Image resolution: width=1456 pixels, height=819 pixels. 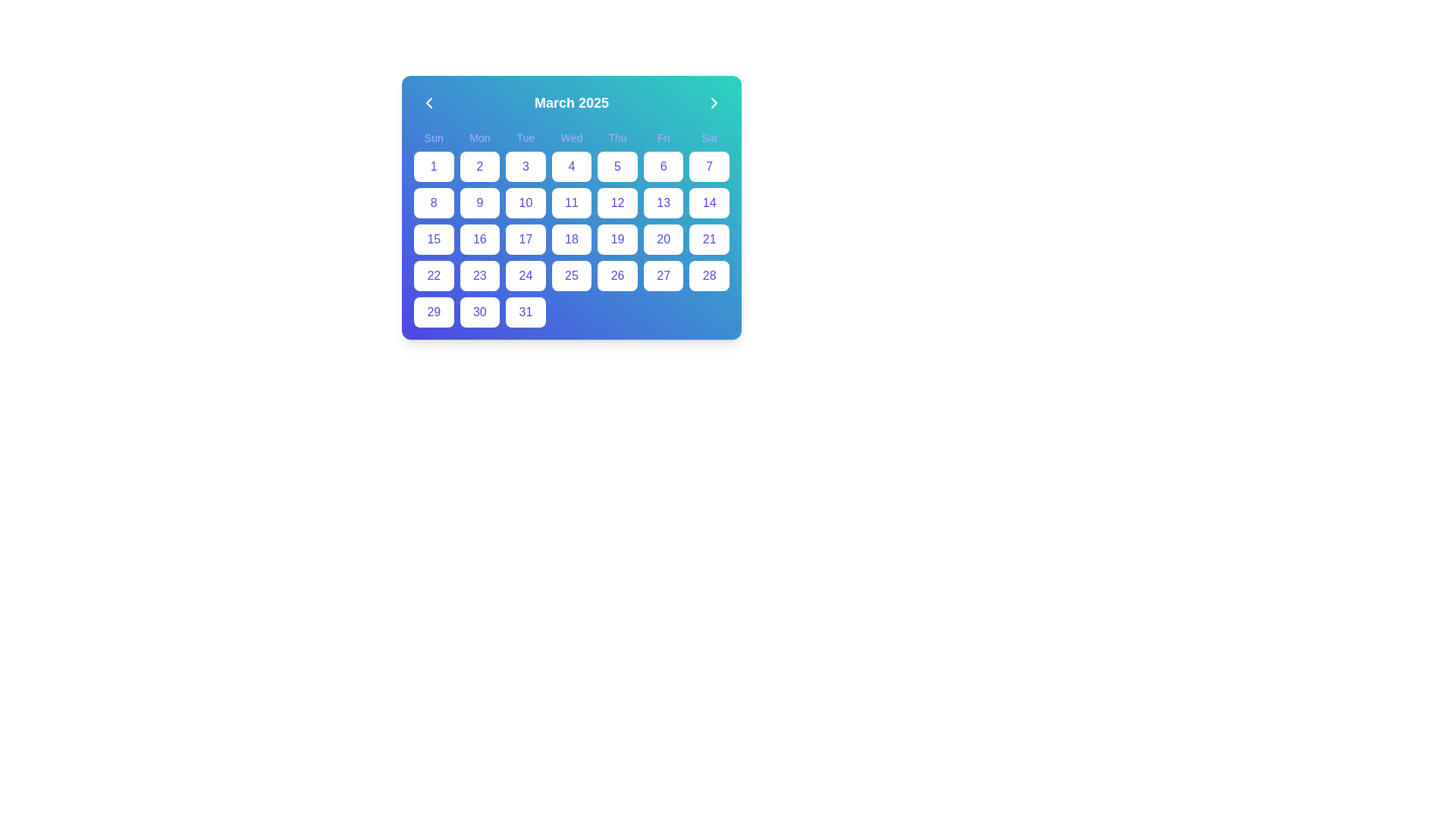 I want to click on any date in the calendar grid for March 2025, so click(x=570, y=228).